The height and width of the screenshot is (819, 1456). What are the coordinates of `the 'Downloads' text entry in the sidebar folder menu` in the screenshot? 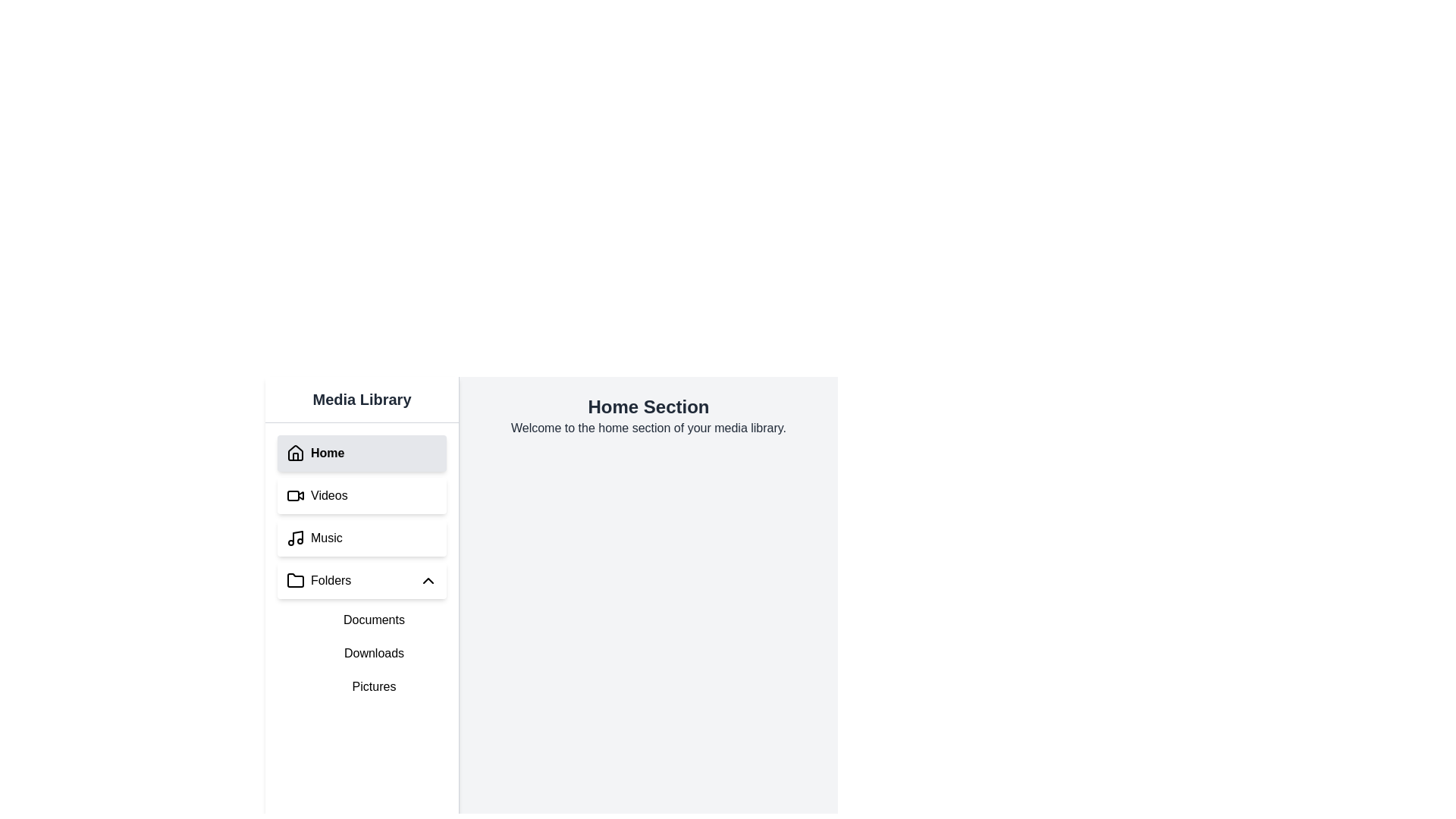 It's located at (361, 652).